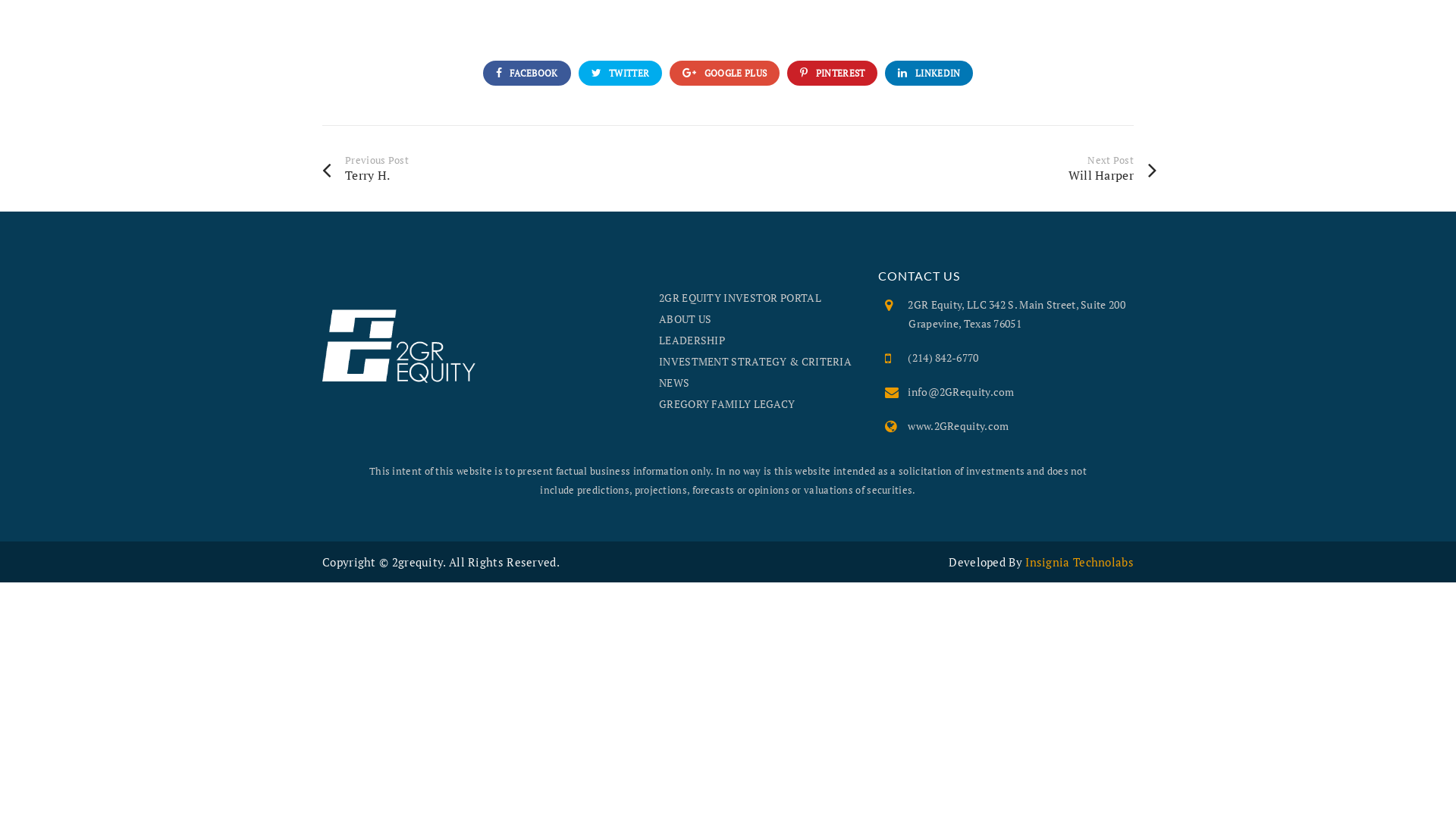 This screenshot has height=819, width=1456. I want to click on 'GOOGLE PLUS', so click(723, 73).